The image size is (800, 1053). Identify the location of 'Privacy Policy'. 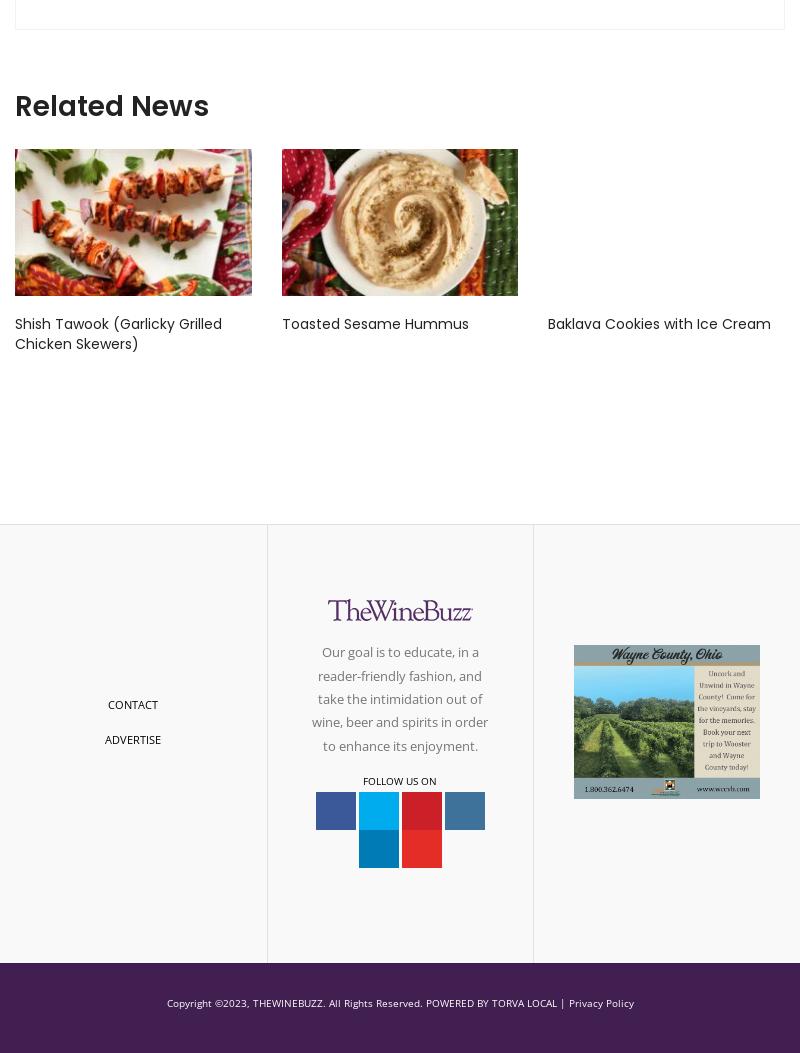
(600, 1002).